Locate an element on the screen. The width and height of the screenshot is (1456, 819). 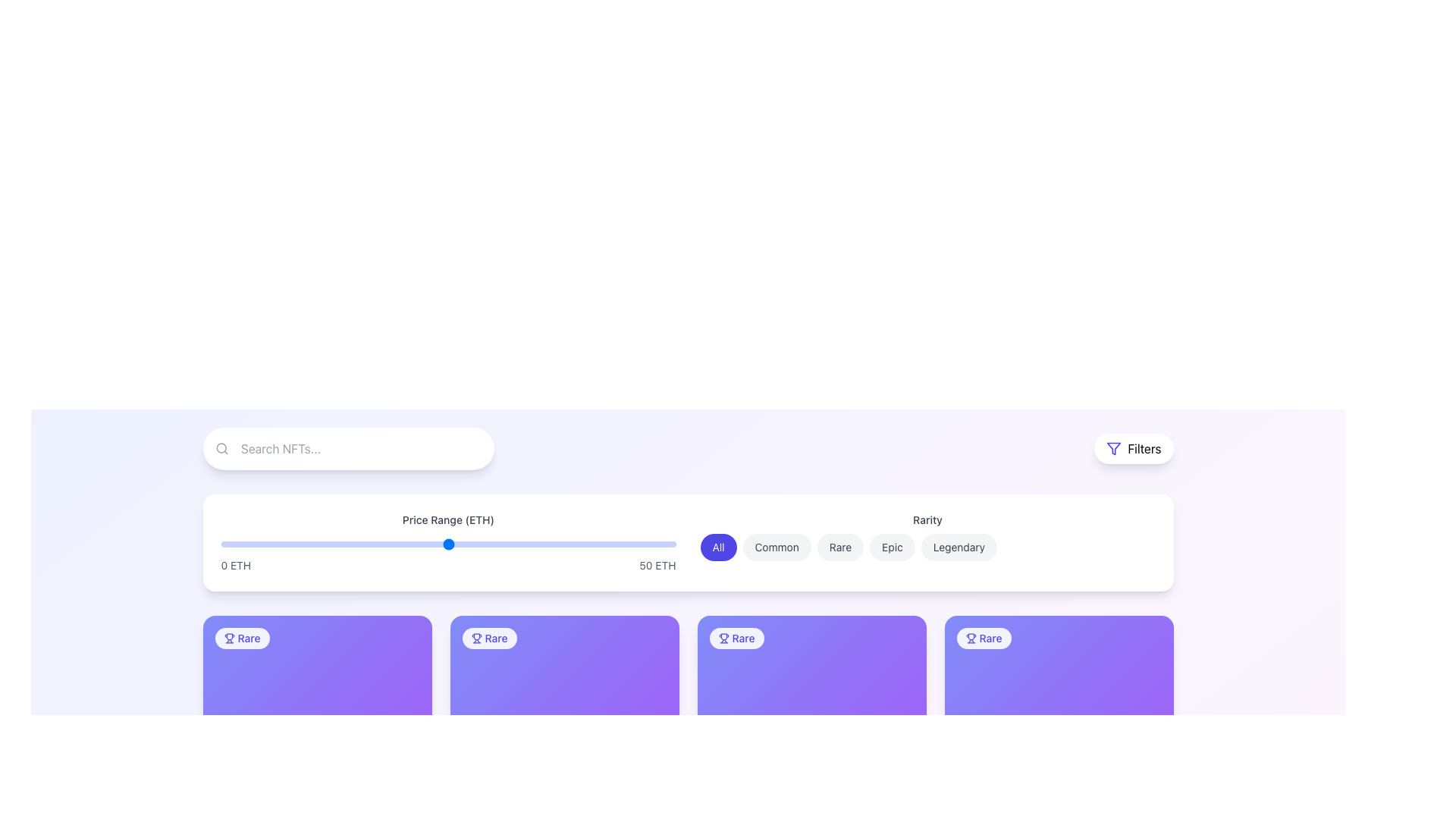
the button located at the top-right corner of the UI toolbar to observe its hover effects is located at coordinates (1134, 447).